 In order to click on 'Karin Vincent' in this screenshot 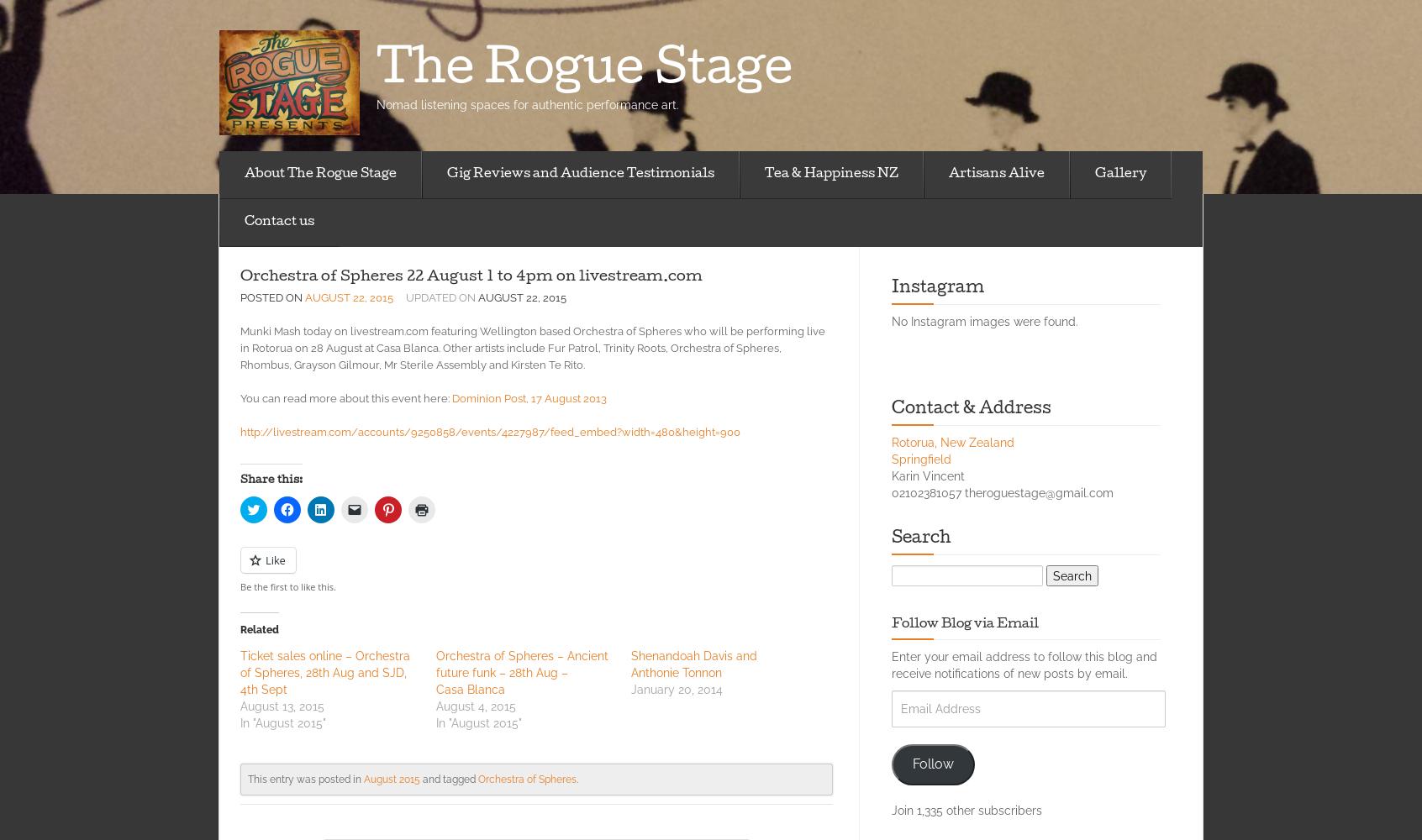, I will do `click(928, 475)`.